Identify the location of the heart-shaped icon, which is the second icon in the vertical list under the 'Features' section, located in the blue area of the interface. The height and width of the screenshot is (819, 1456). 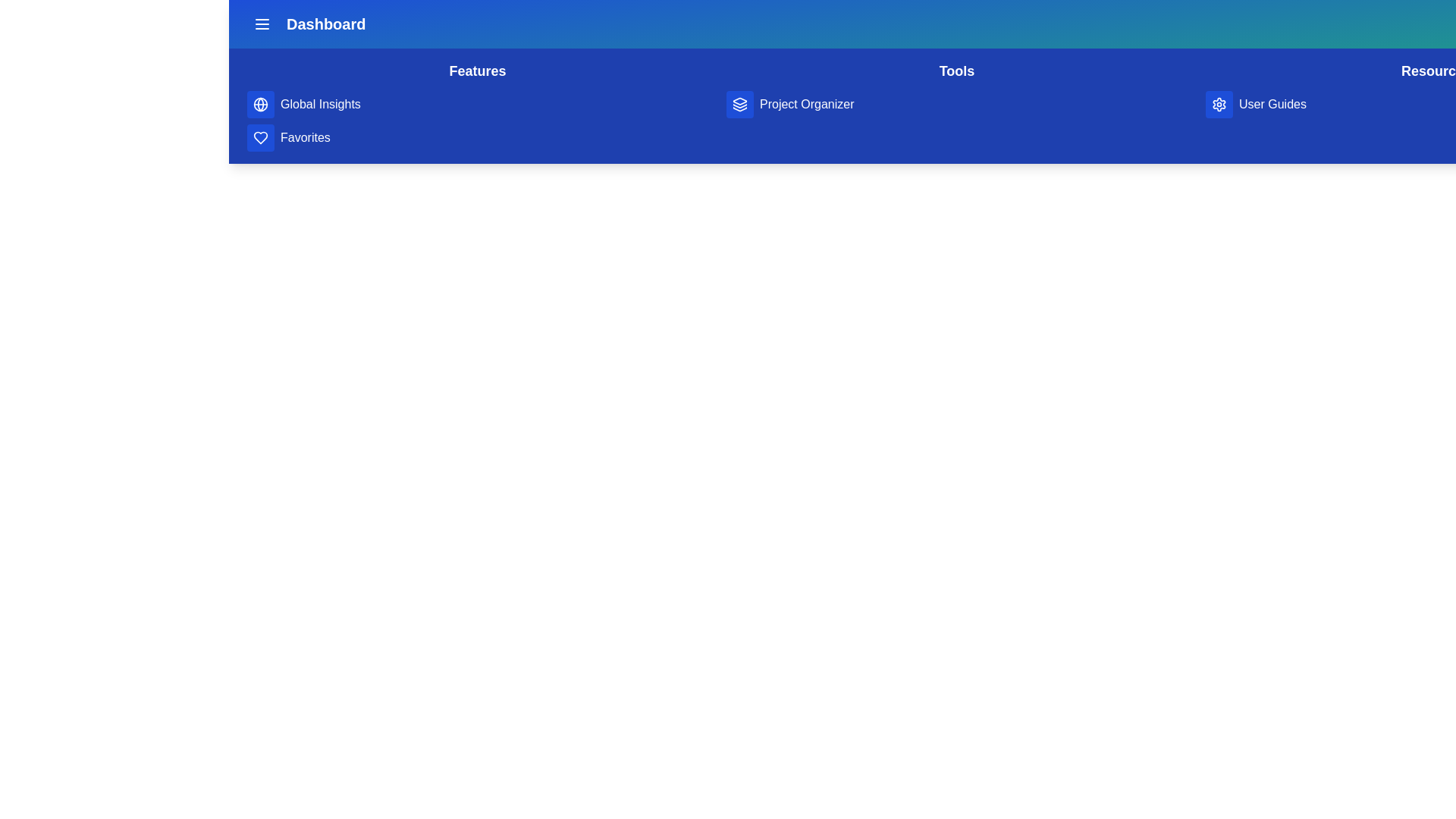
(261, 137).